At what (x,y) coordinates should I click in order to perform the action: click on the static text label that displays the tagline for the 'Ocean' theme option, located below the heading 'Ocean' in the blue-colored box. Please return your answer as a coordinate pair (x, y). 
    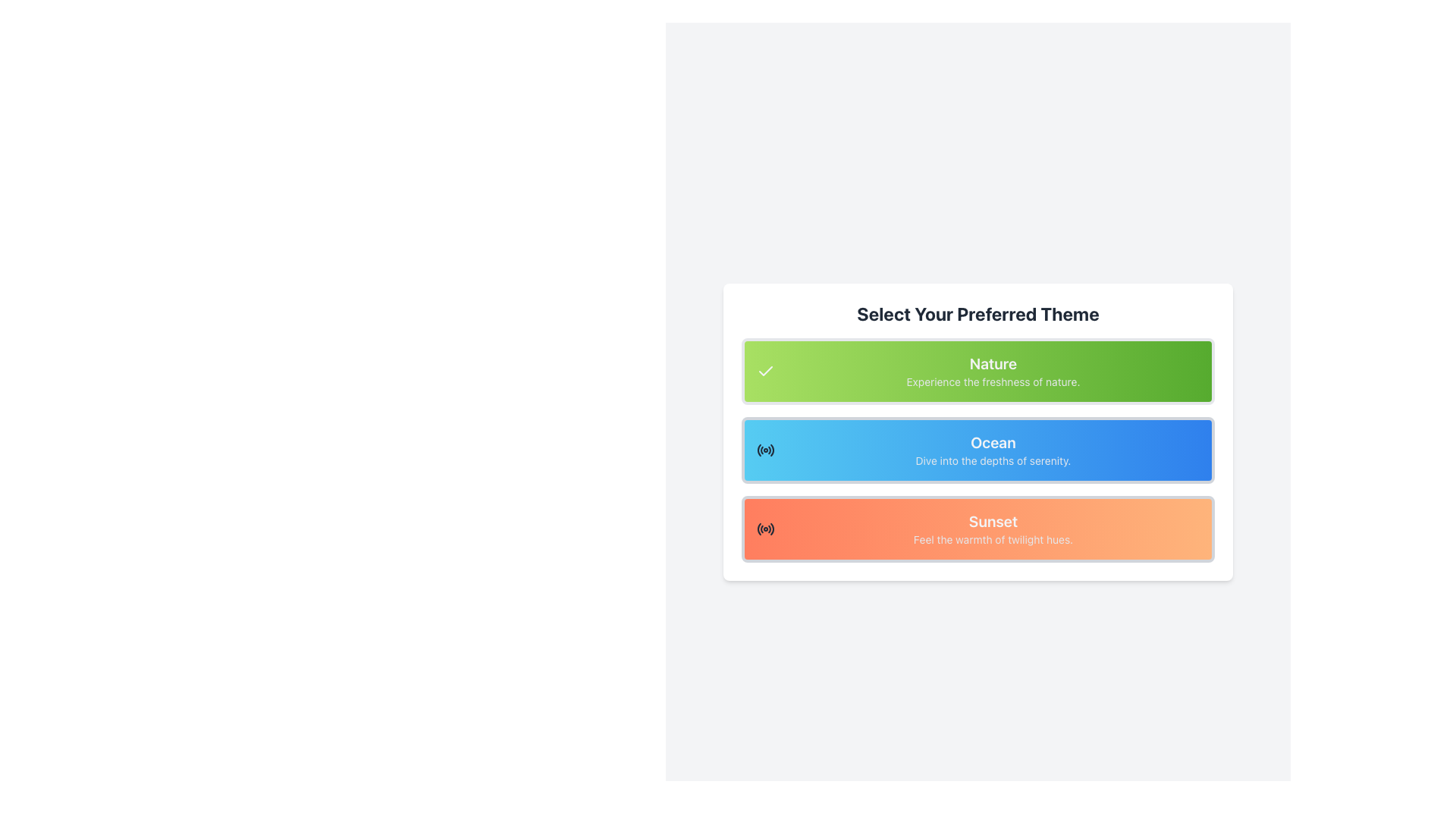
    Looking at the image, I should click on (993, 460).